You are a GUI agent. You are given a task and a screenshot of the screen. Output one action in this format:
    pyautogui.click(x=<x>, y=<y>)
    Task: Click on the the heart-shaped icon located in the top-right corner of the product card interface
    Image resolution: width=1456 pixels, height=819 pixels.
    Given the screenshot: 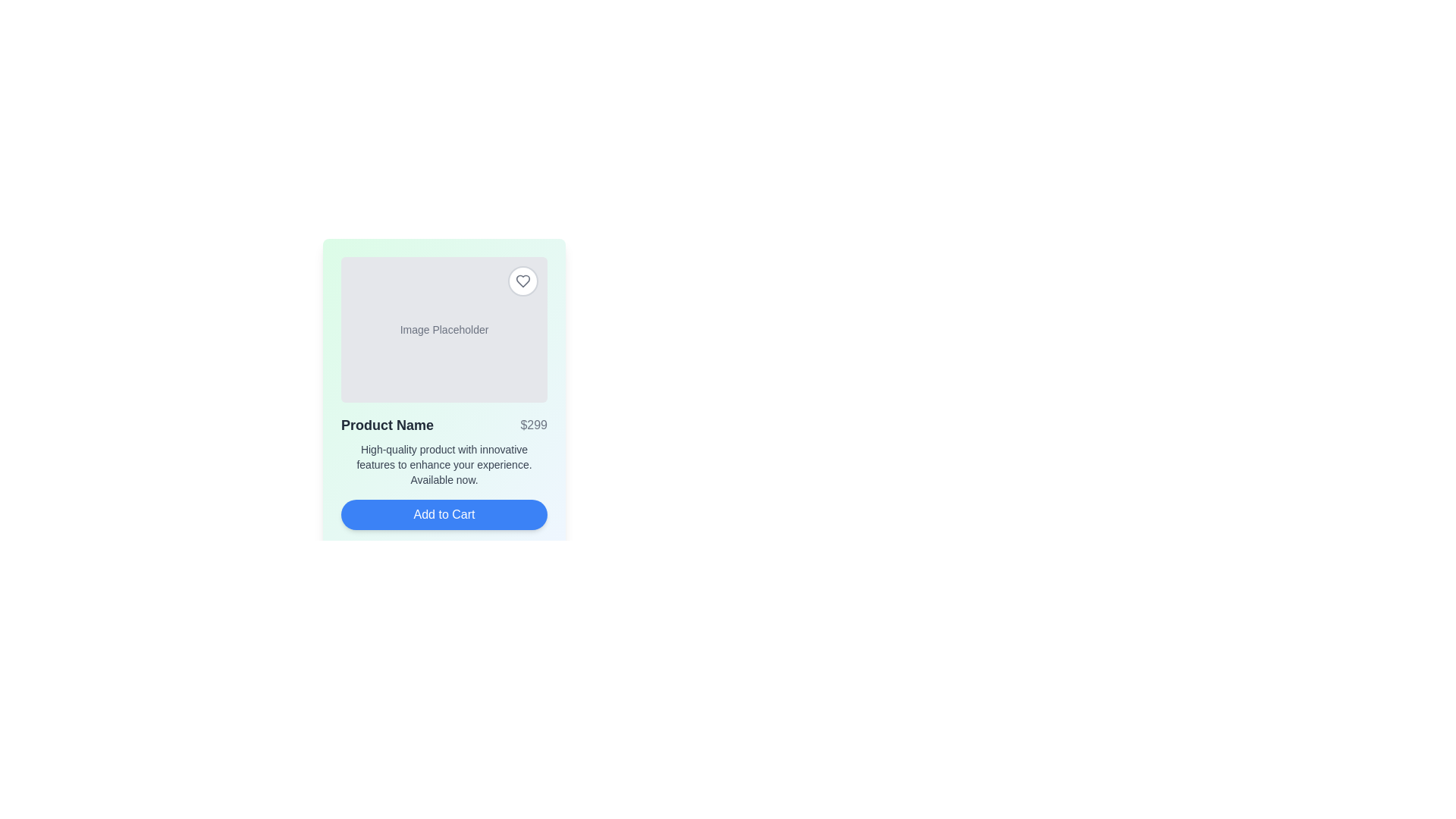 What is the action you would take?
    pyautogui.click(x=523, y=281)
    